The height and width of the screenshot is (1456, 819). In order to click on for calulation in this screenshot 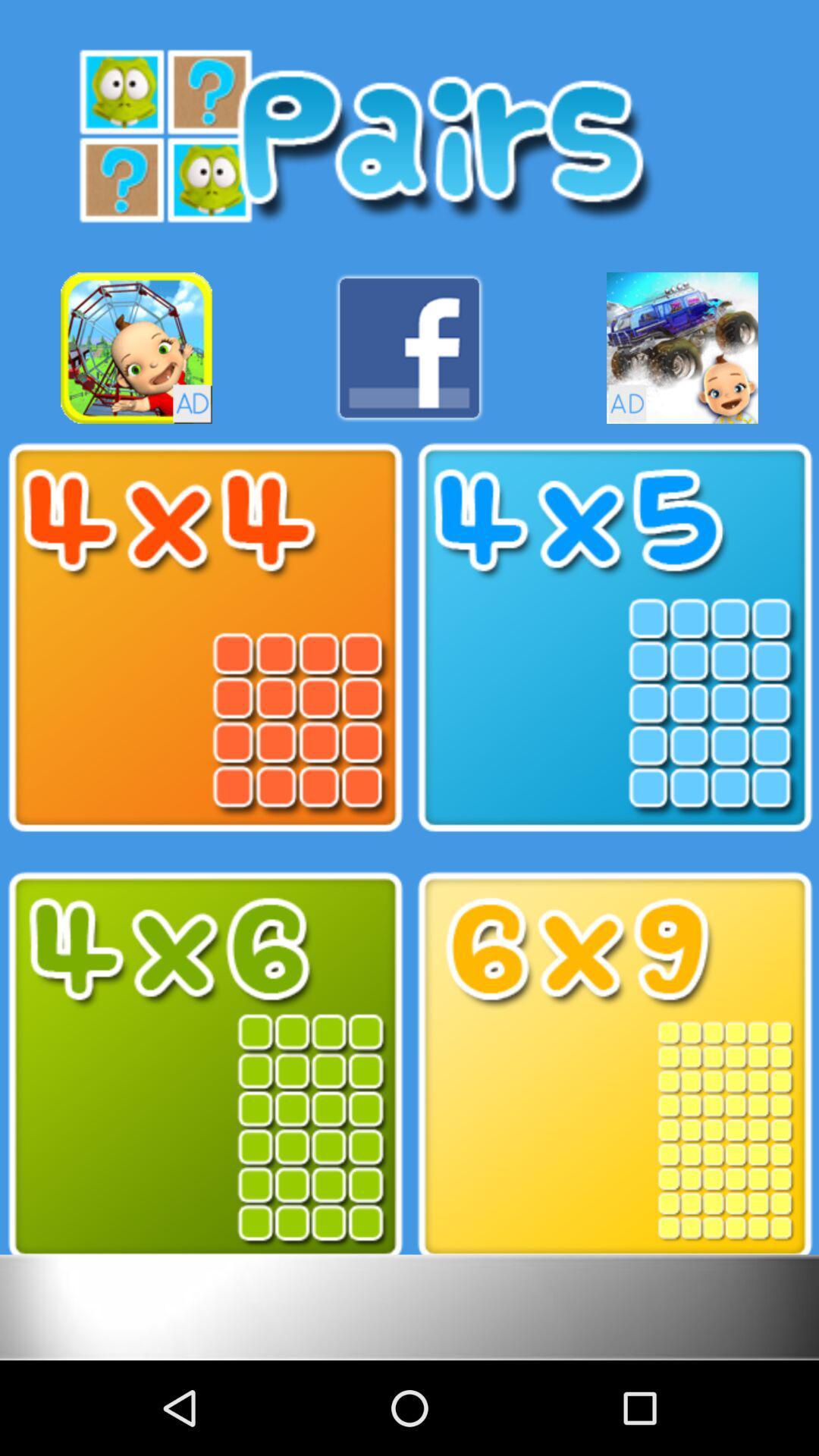, I will do `click(614, 1065)`.